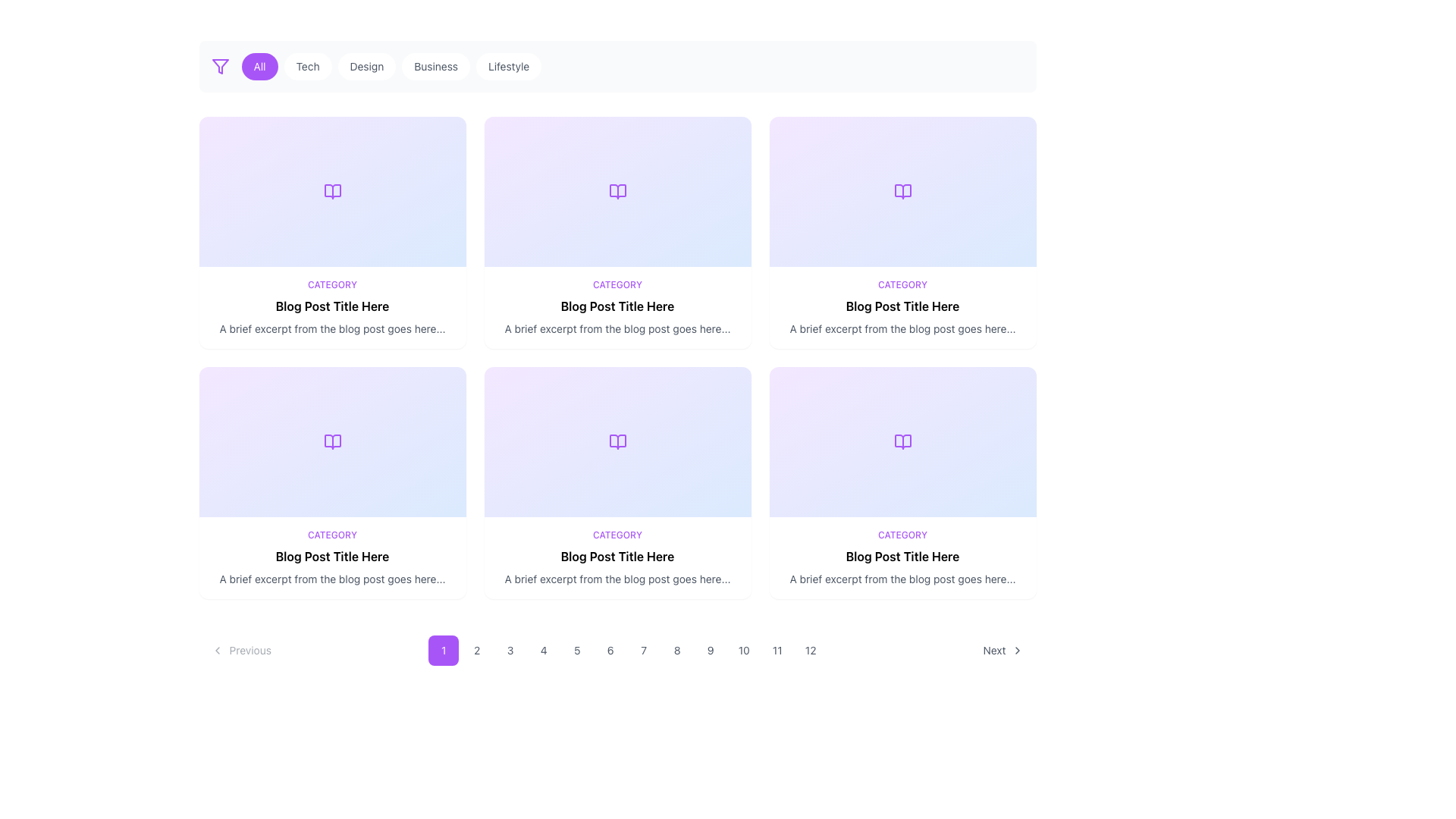 This screenshot has height=819, width=1456. What do you see at coordinates (902, 328) in the screenshot?
I see `the text block element that contains the excerpt 'A brief excerpt from the blog post goes here...' located beneath the blog post title in a card structure` at bounding box center [902, 328].